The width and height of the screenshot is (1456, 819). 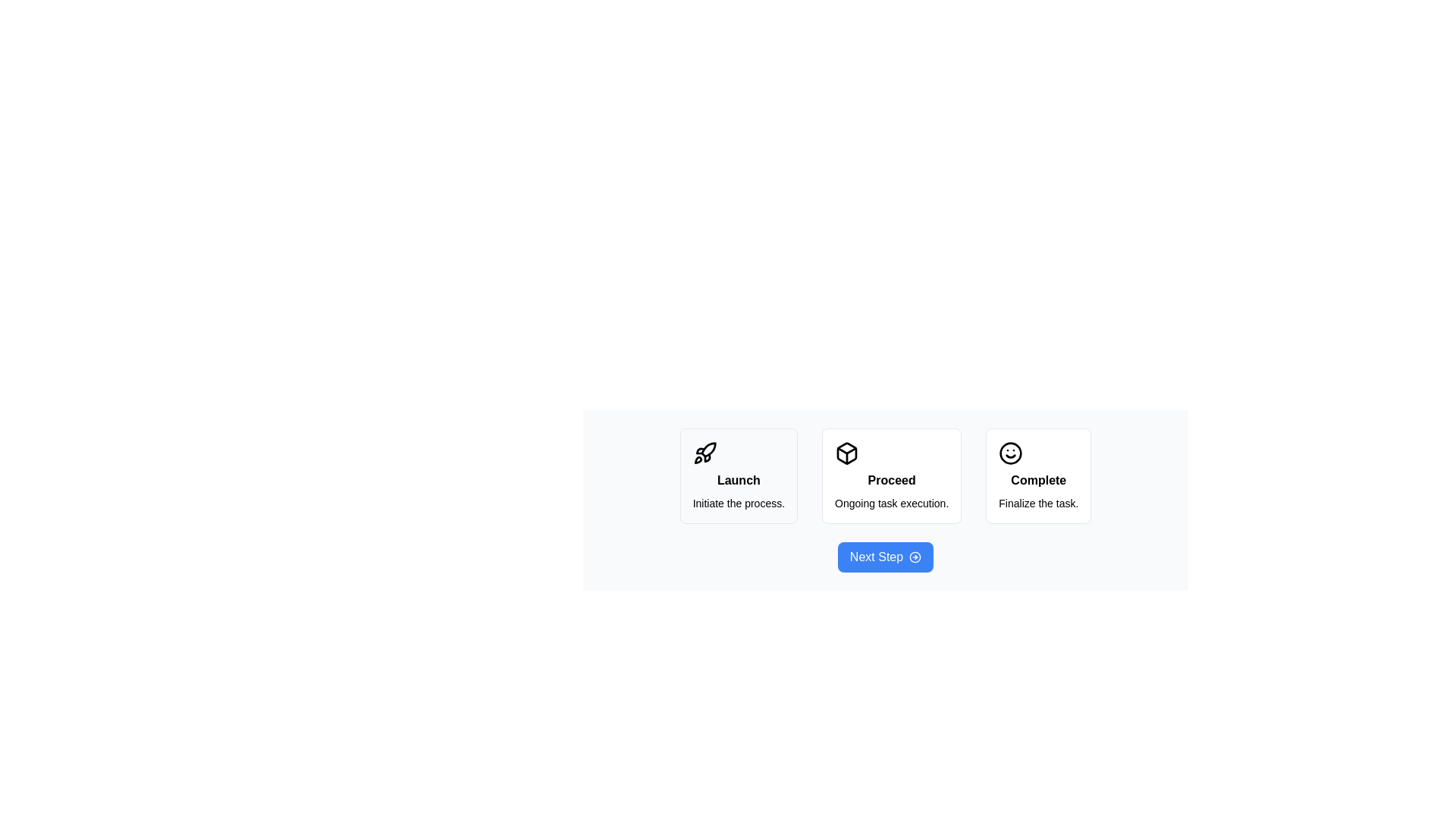 I want to click on the vector graphic icon located at the top of the 'Launch' card, so click(x=739, y=452).